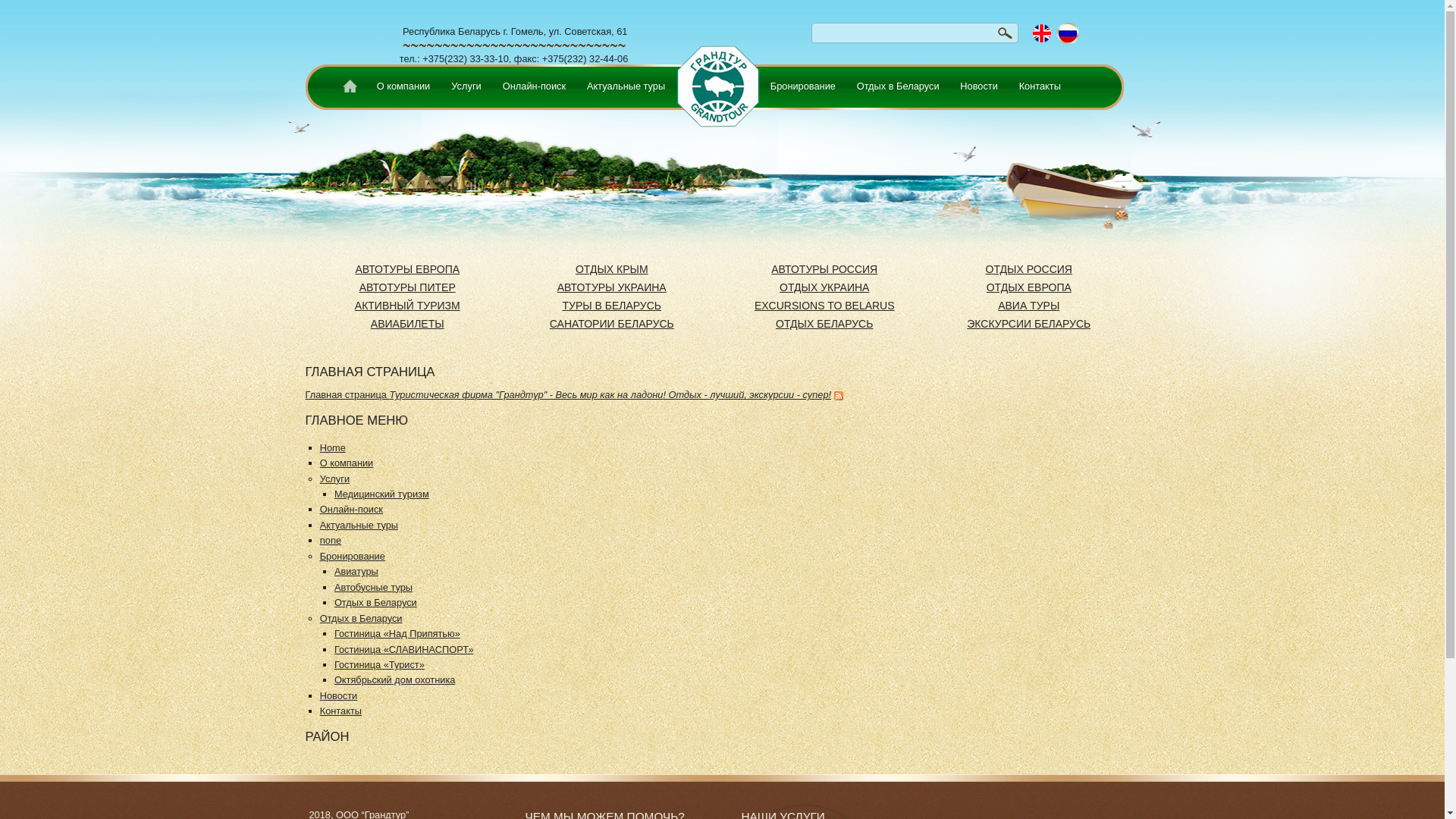 The image size is (1456, 819). What do you see at coordinates (330, 539) in the screenshot?
I see `'none'` at bounding box center [330, 539].